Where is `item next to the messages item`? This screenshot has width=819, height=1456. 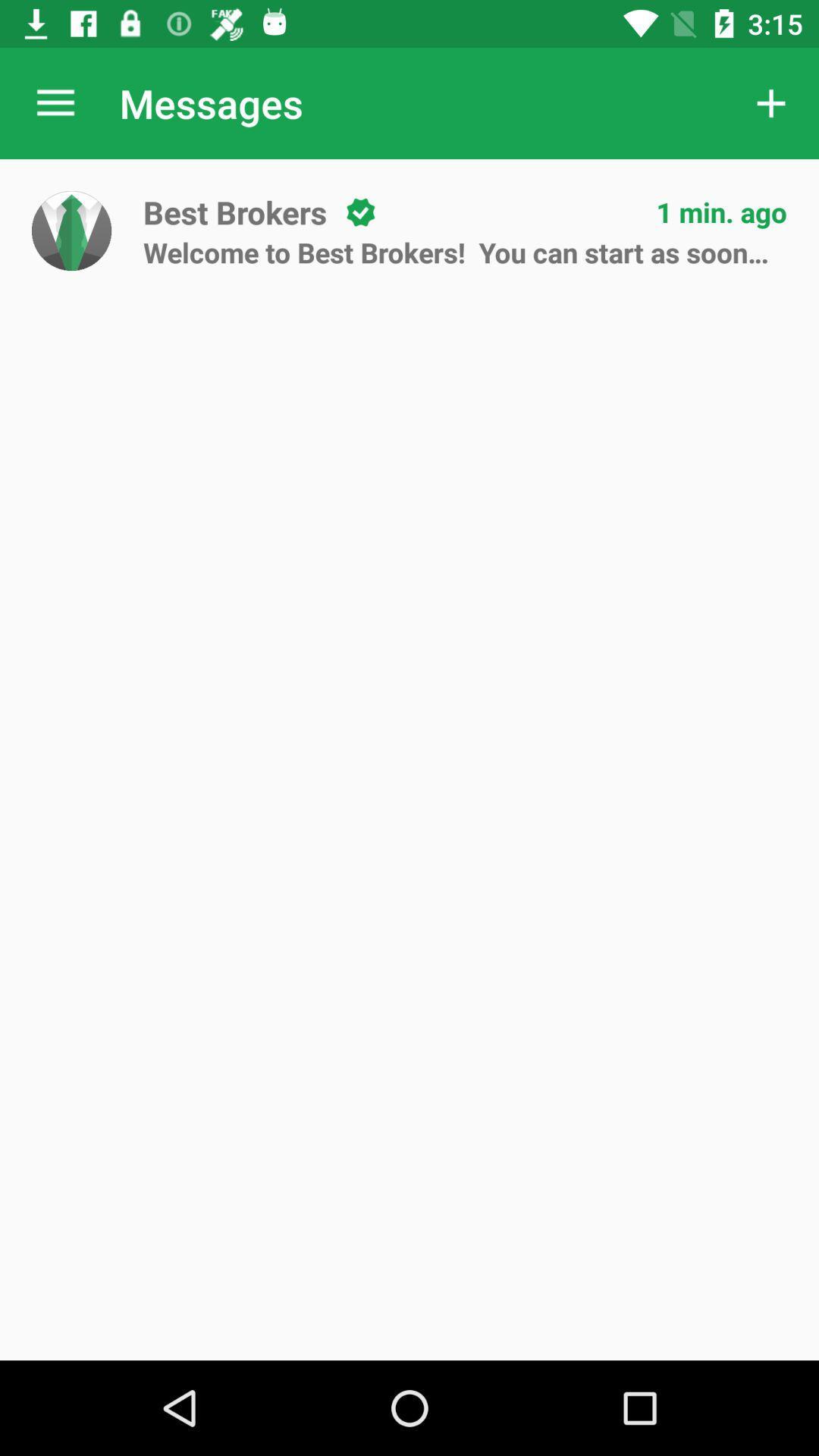 item next to the messages item is located at coordinates (55, 102).